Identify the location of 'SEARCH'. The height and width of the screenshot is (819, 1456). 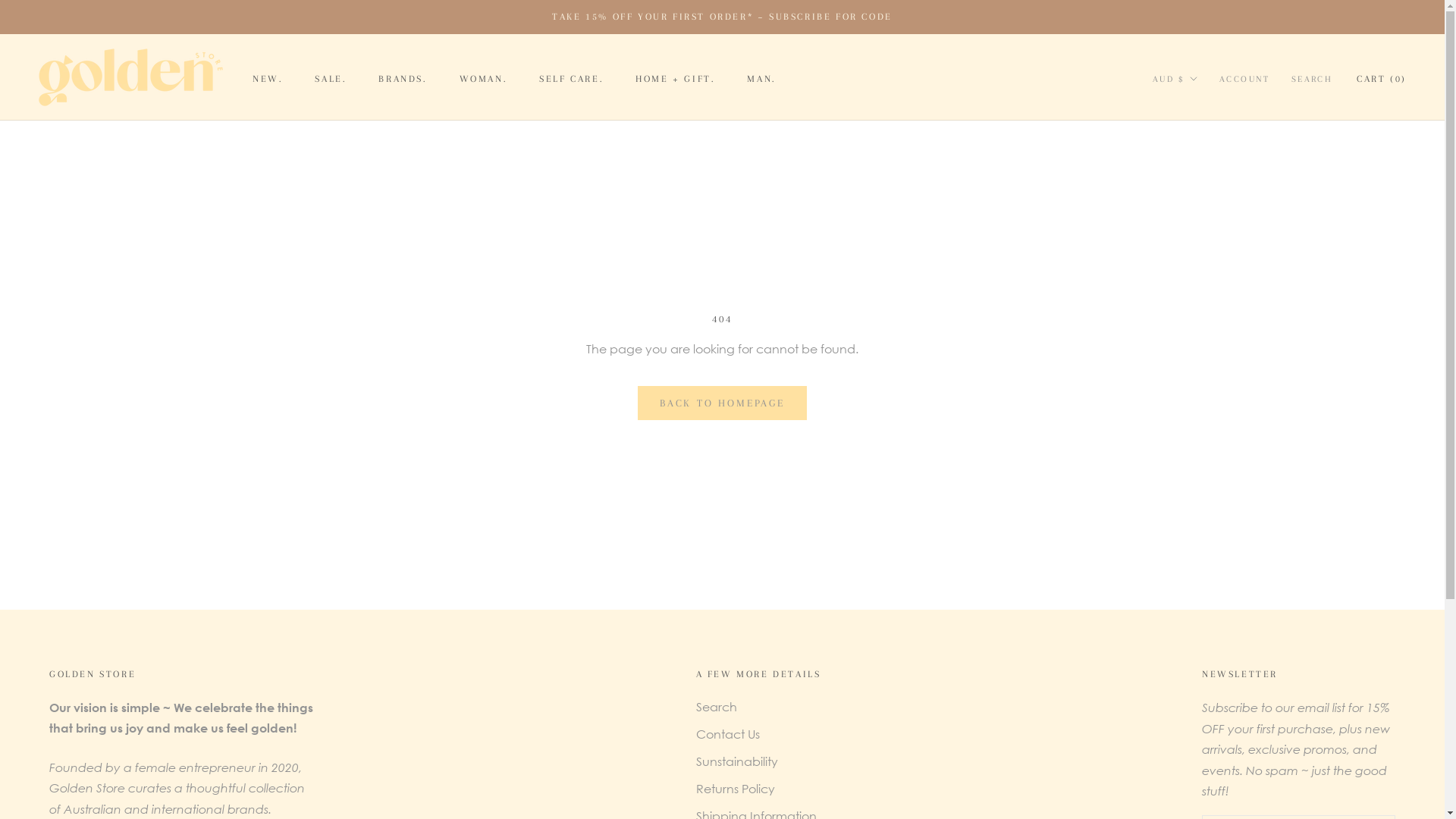
(1310, 79).